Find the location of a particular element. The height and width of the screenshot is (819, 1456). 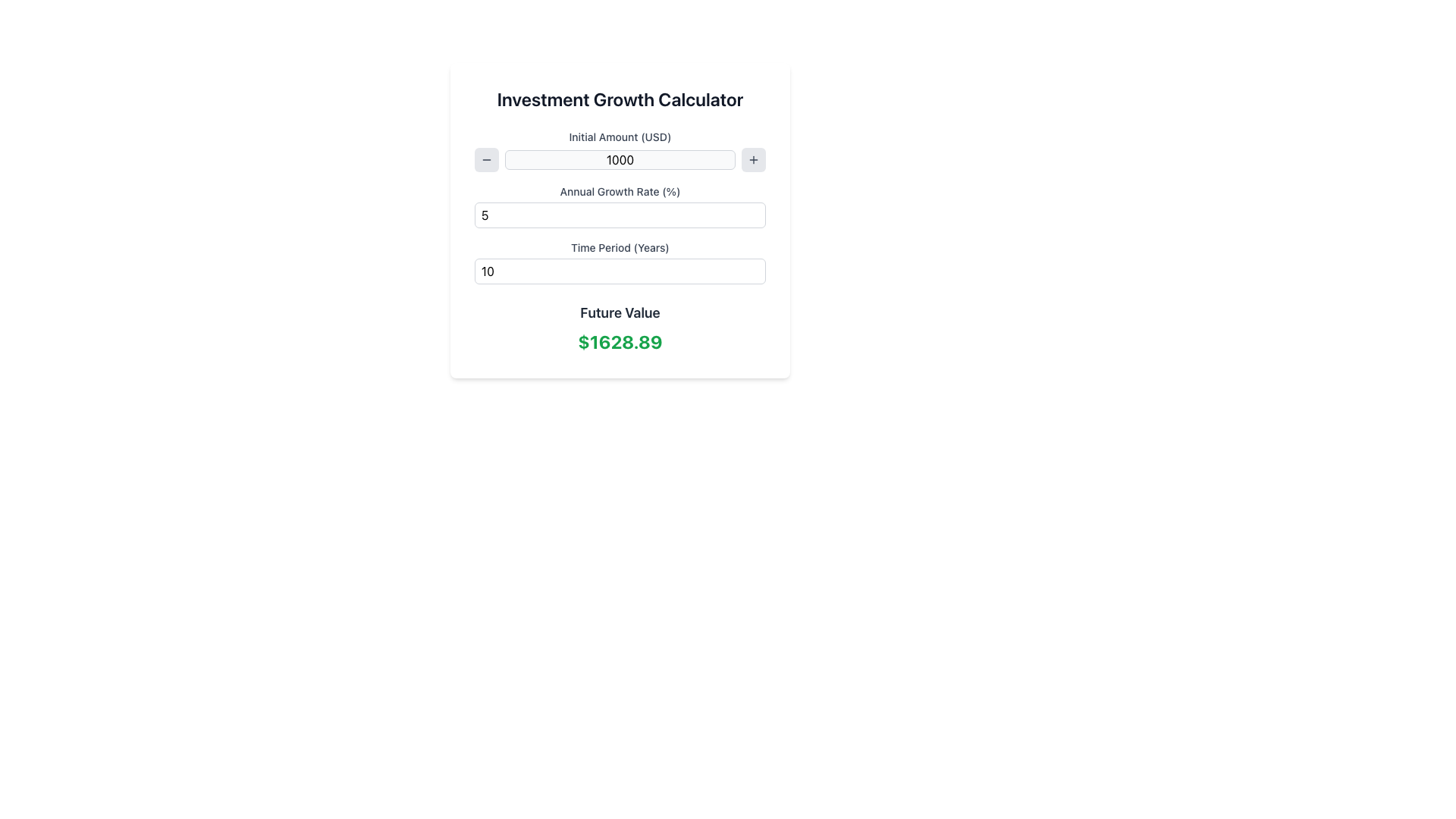

the Static text display that shows 'Future Value' and the monetary value '$1628.89' is located at coordinates (620, 327).